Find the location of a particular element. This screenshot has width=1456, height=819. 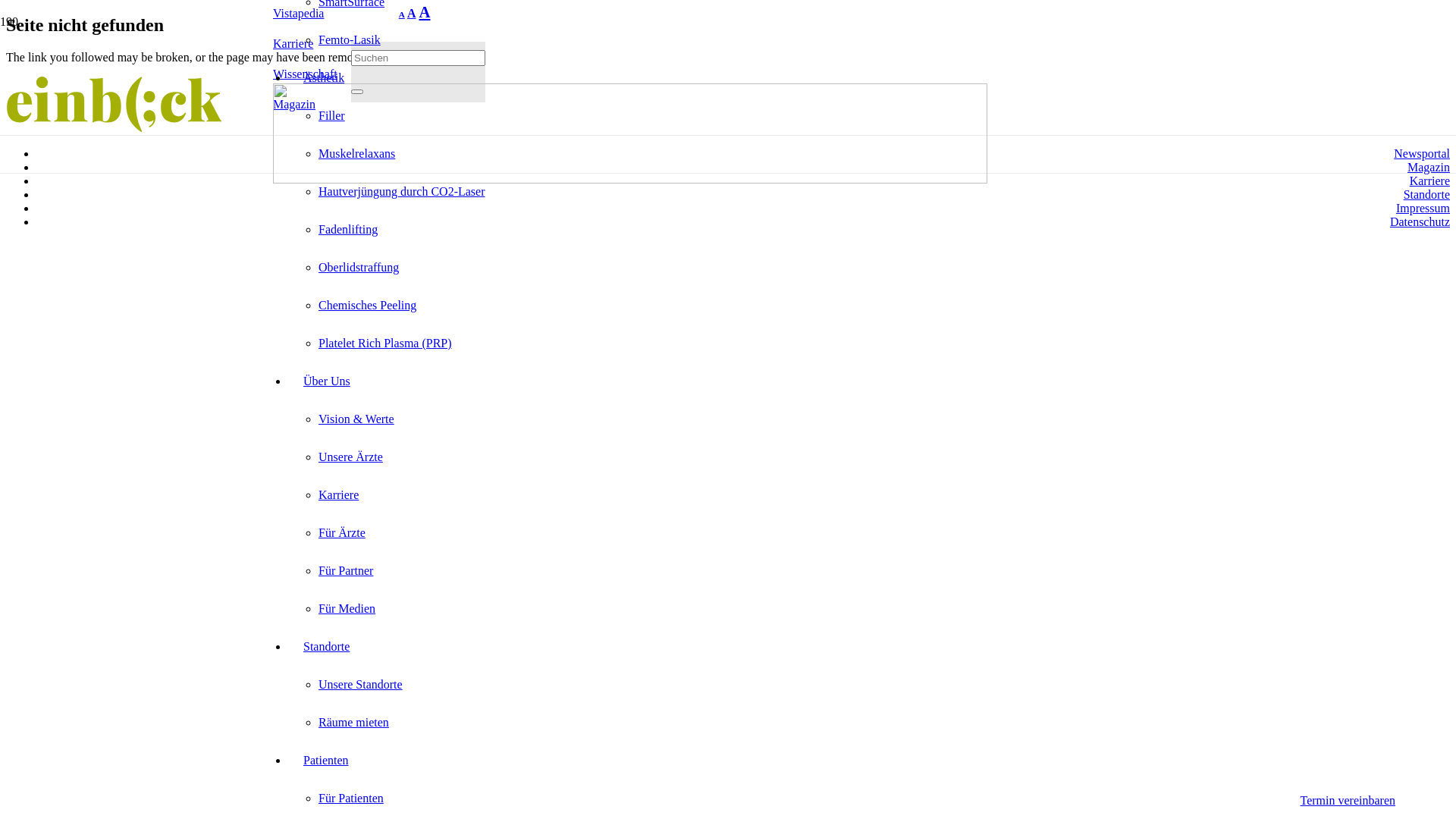

'Vistapedia' is located at coordinates (273, 13).